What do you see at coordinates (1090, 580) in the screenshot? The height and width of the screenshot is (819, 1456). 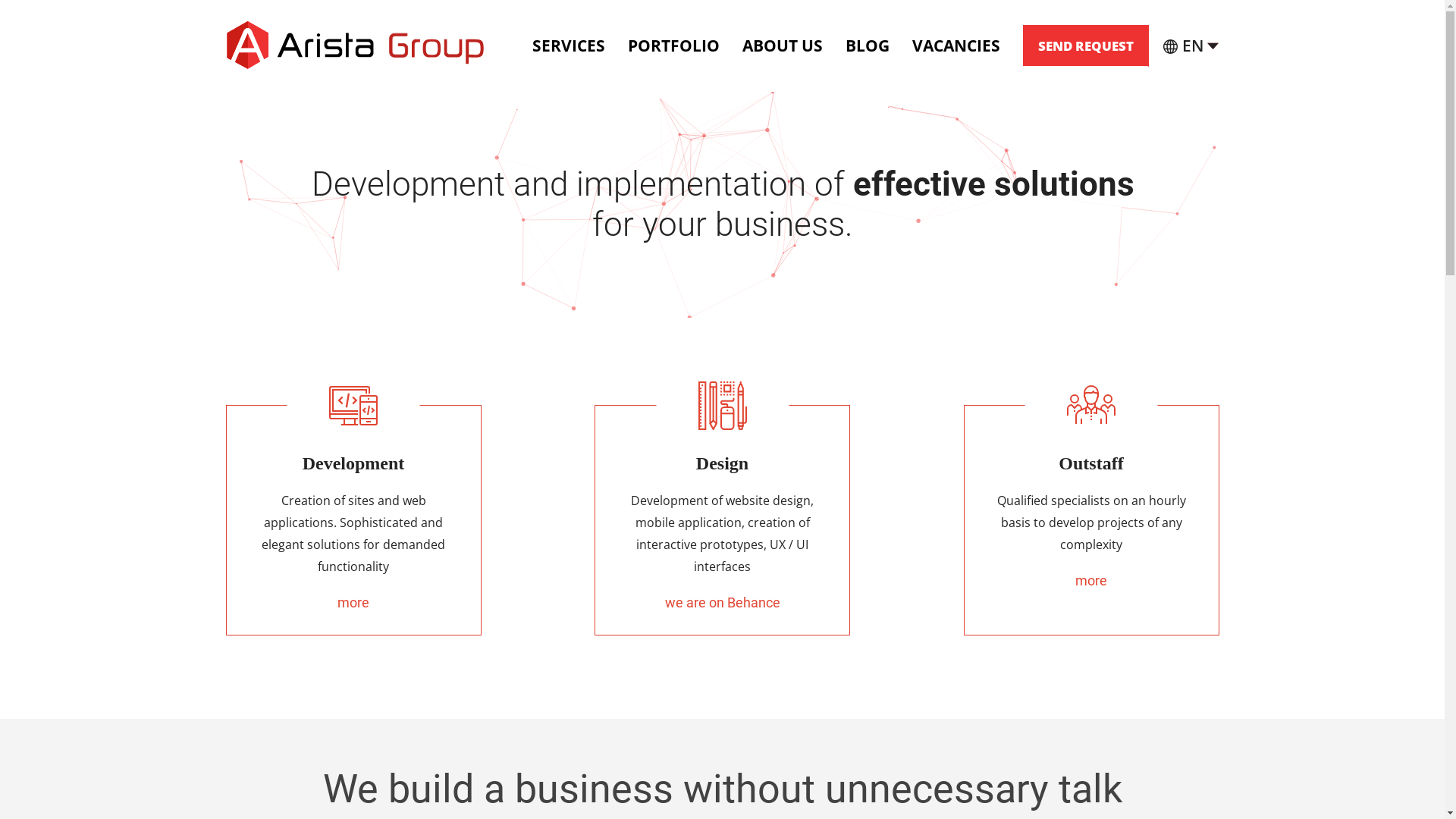 I see `'more'` at bounding box center [1090, 580].